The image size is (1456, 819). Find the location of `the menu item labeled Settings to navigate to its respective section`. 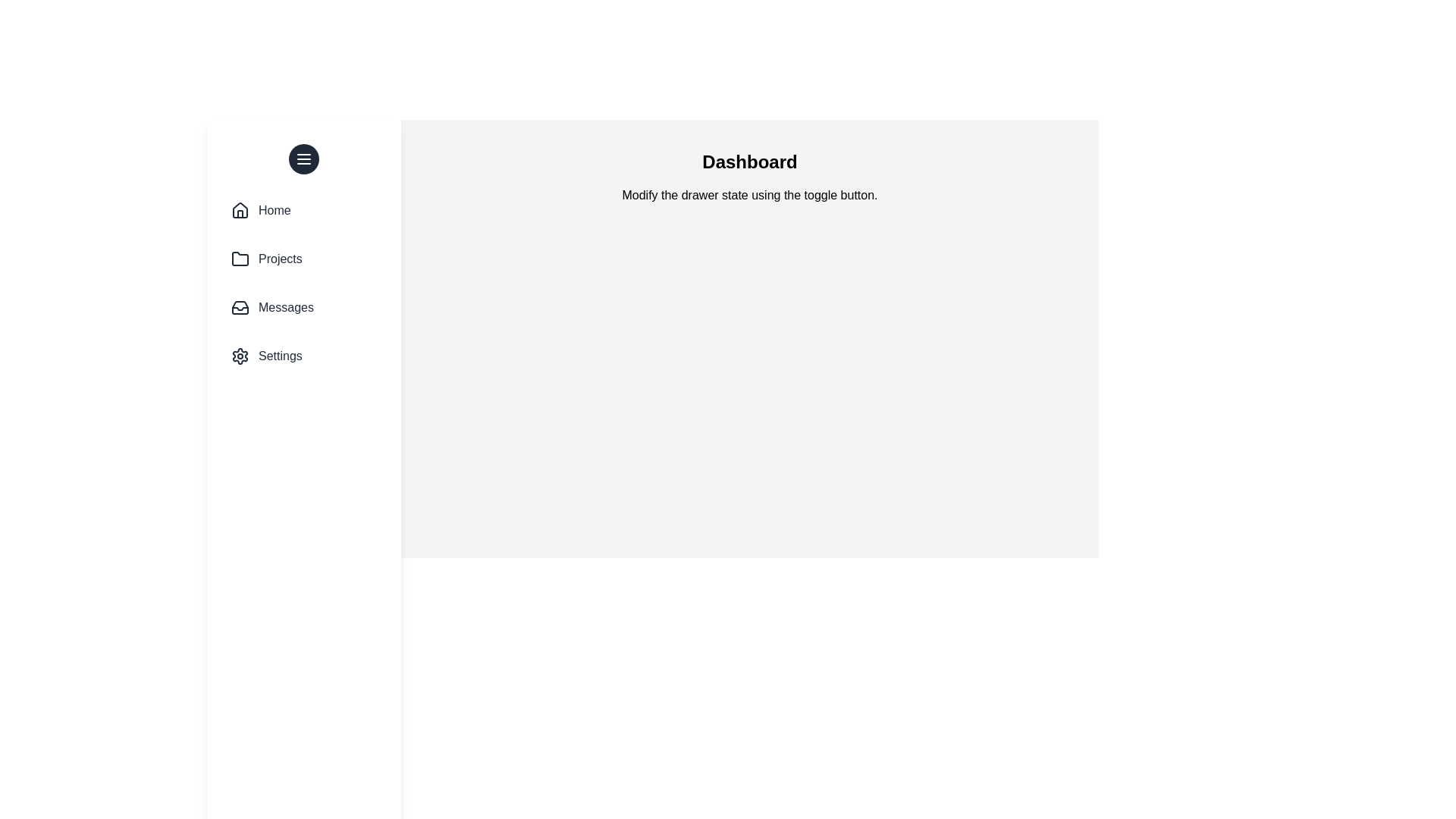

the menu item labeled Settings to navigate to its respective section is located at coordinates (303, 356).